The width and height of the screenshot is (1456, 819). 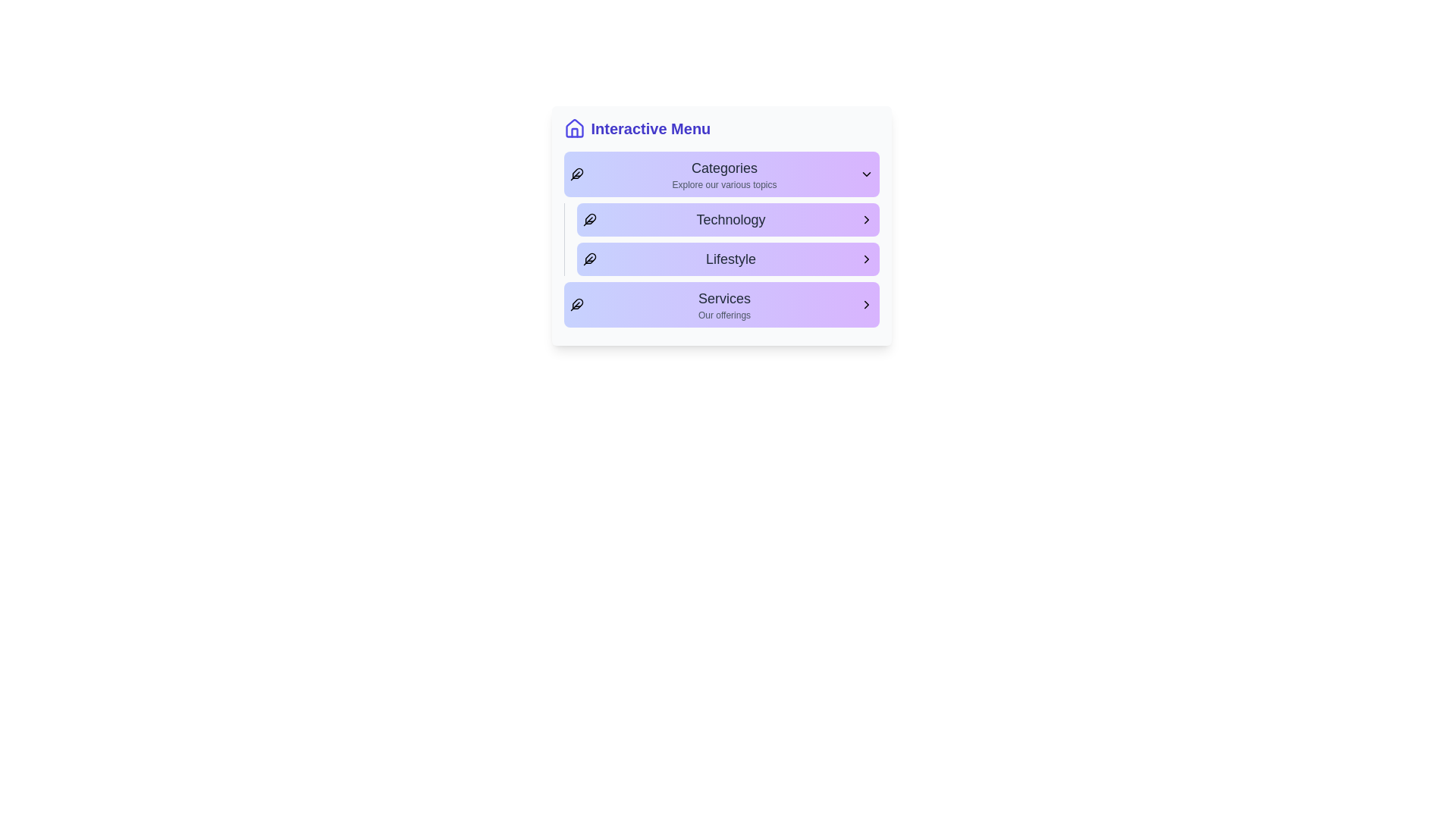 What do you see at coordinates (651, 127) in the screenshot?
I see `text displayed in the 'Interactive Menu' label, which is bold and indigo-colored, serving as a prominent header in the menu section` at bounding box center [651, 127].